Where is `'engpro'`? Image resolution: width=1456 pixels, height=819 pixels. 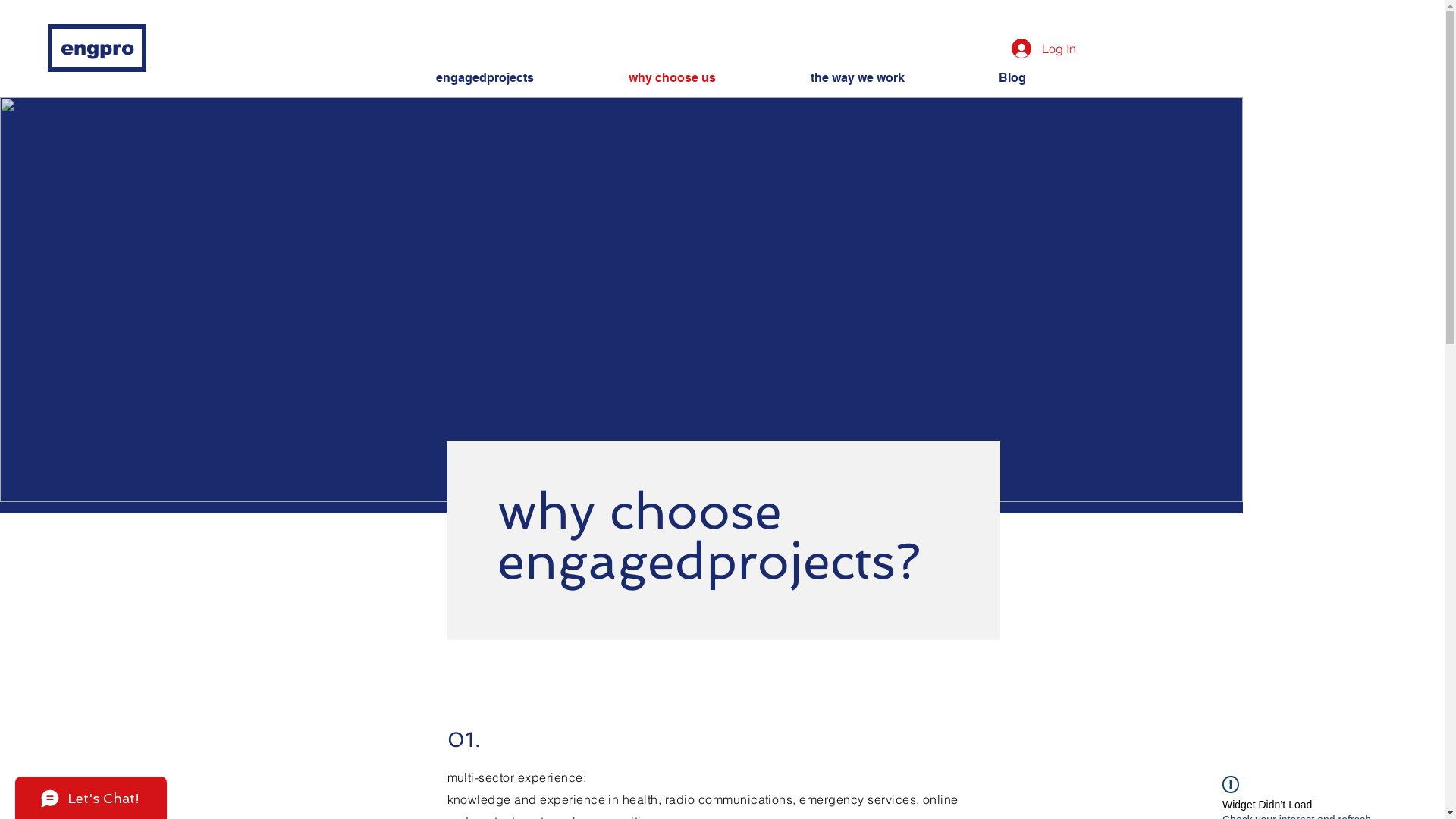 'engpro' is located at coordinates (96, 47).